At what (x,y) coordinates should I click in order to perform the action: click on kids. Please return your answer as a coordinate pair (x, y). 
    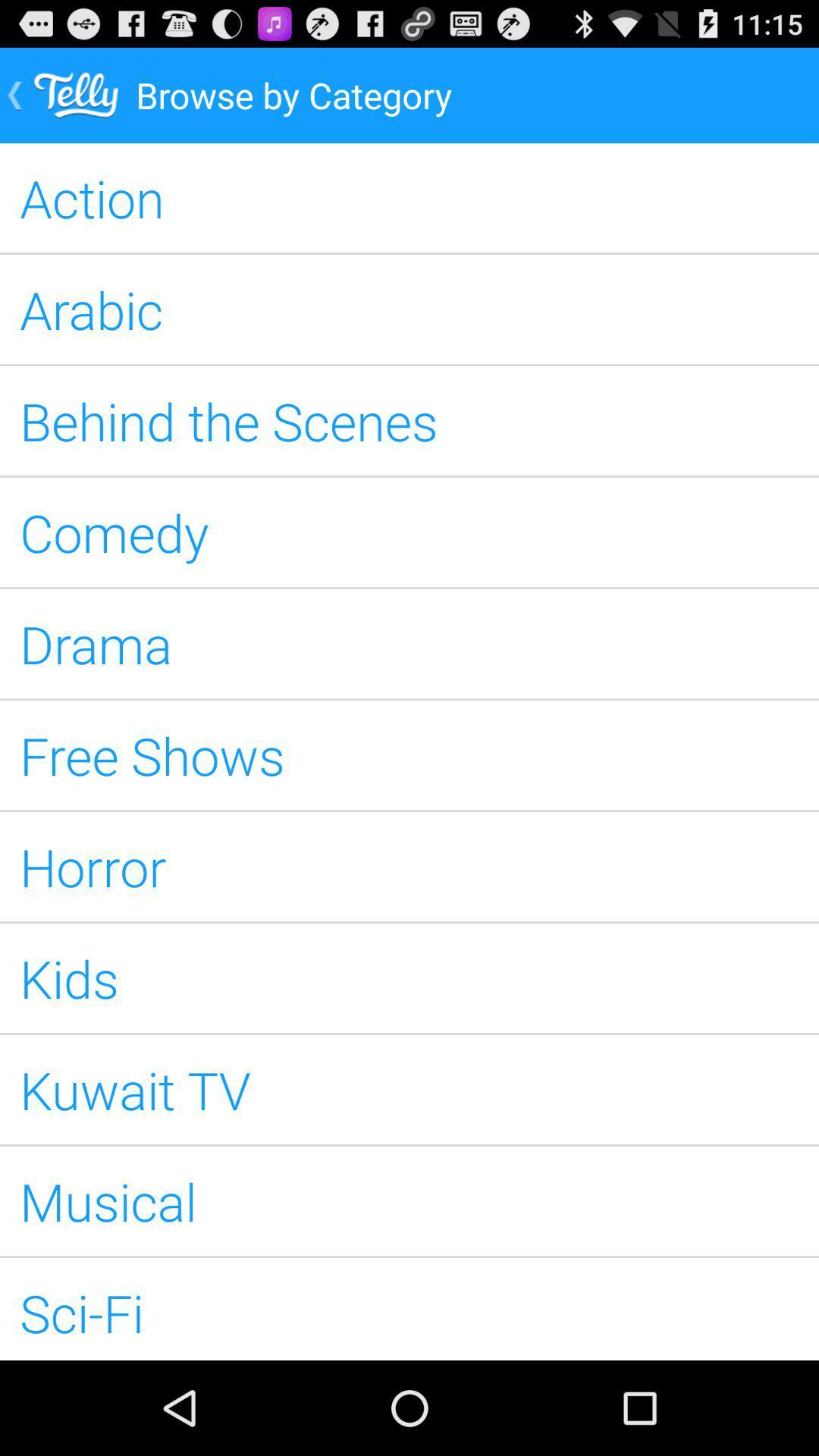
    Looking at the image, I should click on (409, 978).